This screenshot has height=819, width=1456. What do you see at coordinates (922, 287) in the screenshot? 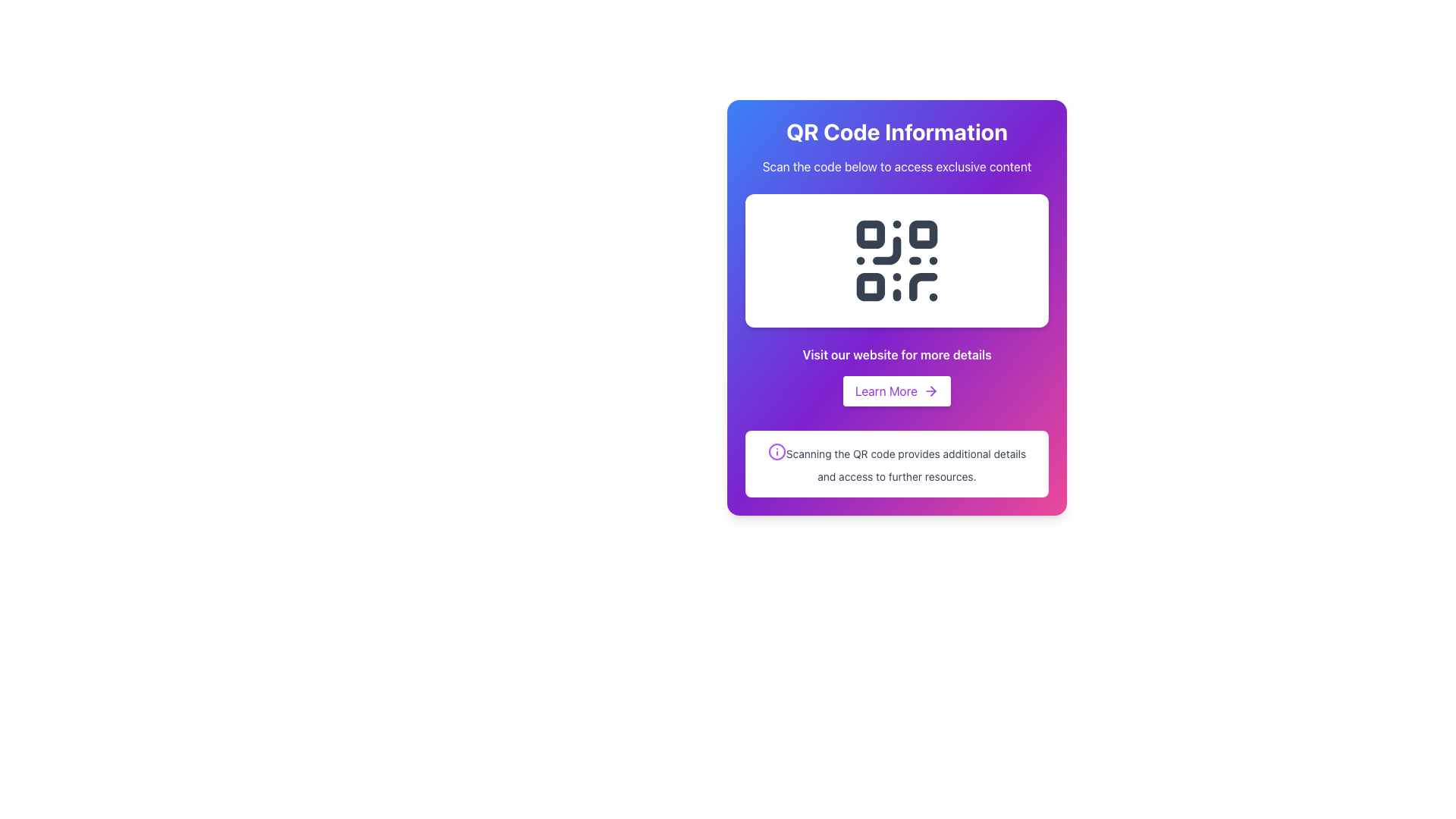
I see `the decorative graphical element located at the lower-right portion of the QR code visual representation, situated below and to the right of the central squares` at bounding box center [922, 287].